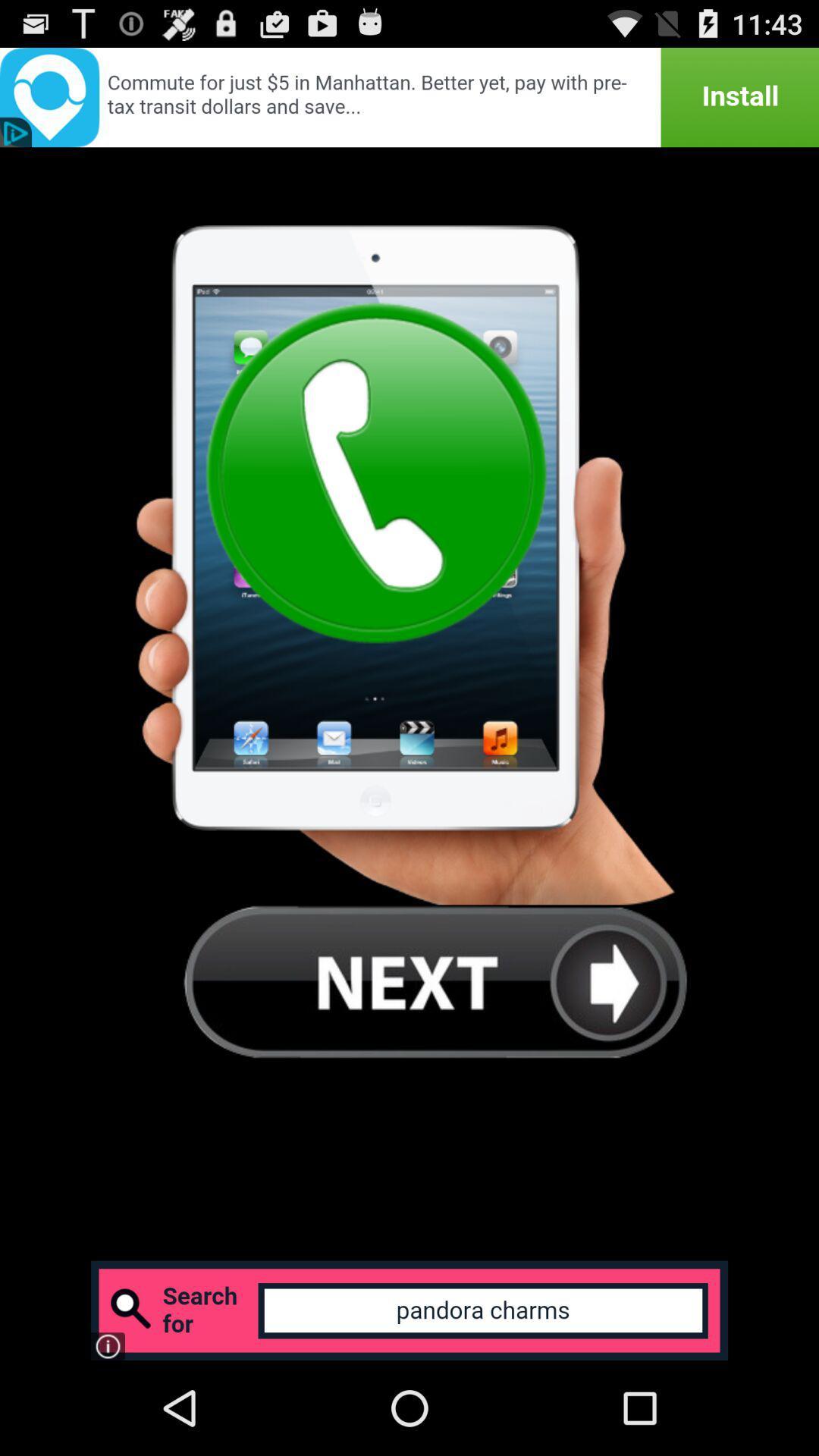 The image size is (819, 1456). What do you see at coordinates (409, 96) in the screenshot?
I see `see details of other app` at bounding box center [409, 96].